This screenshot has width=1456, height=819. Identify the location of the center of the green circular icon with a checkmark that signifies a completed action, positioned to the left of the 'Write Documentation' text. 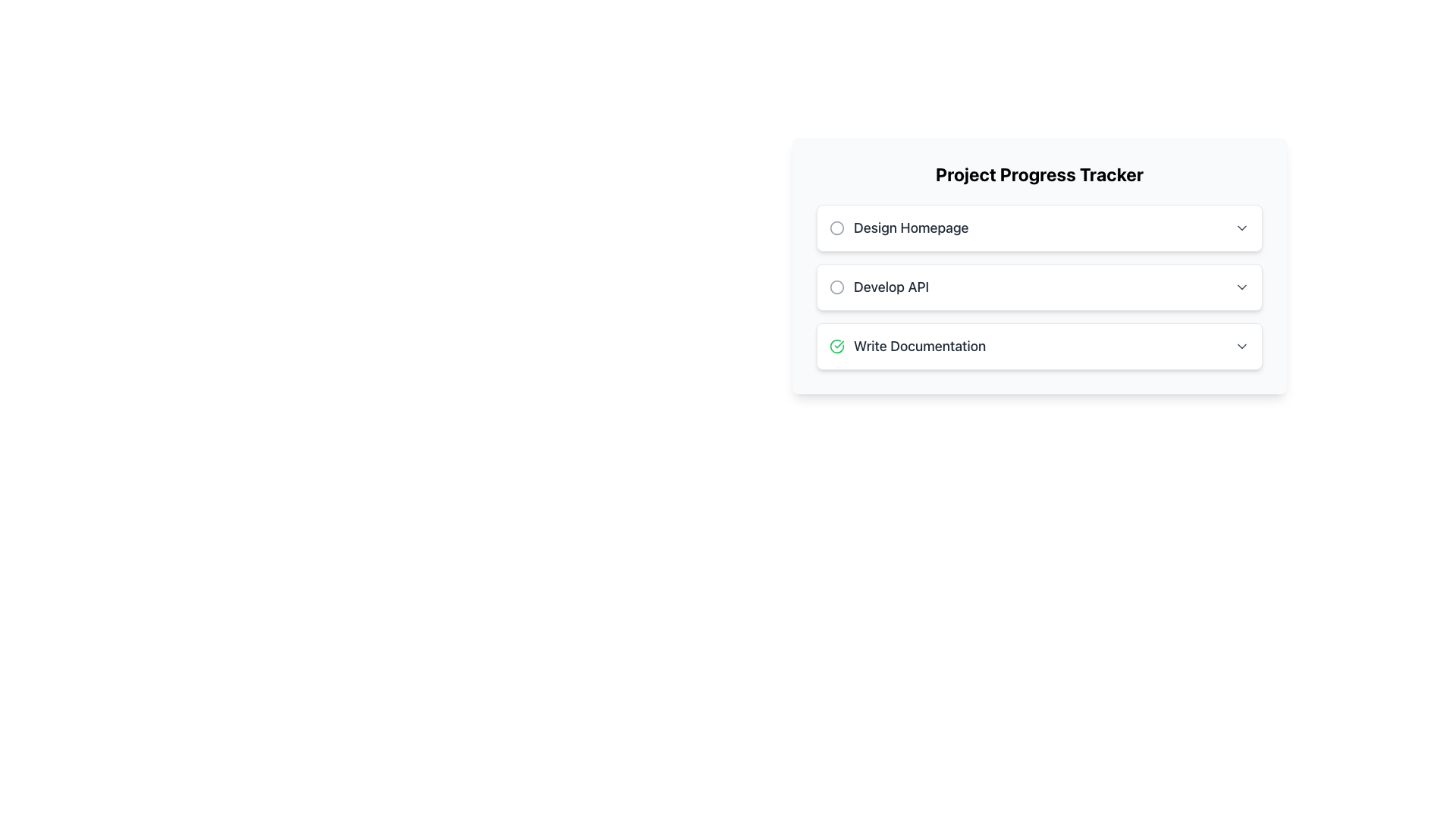
(836, 346).